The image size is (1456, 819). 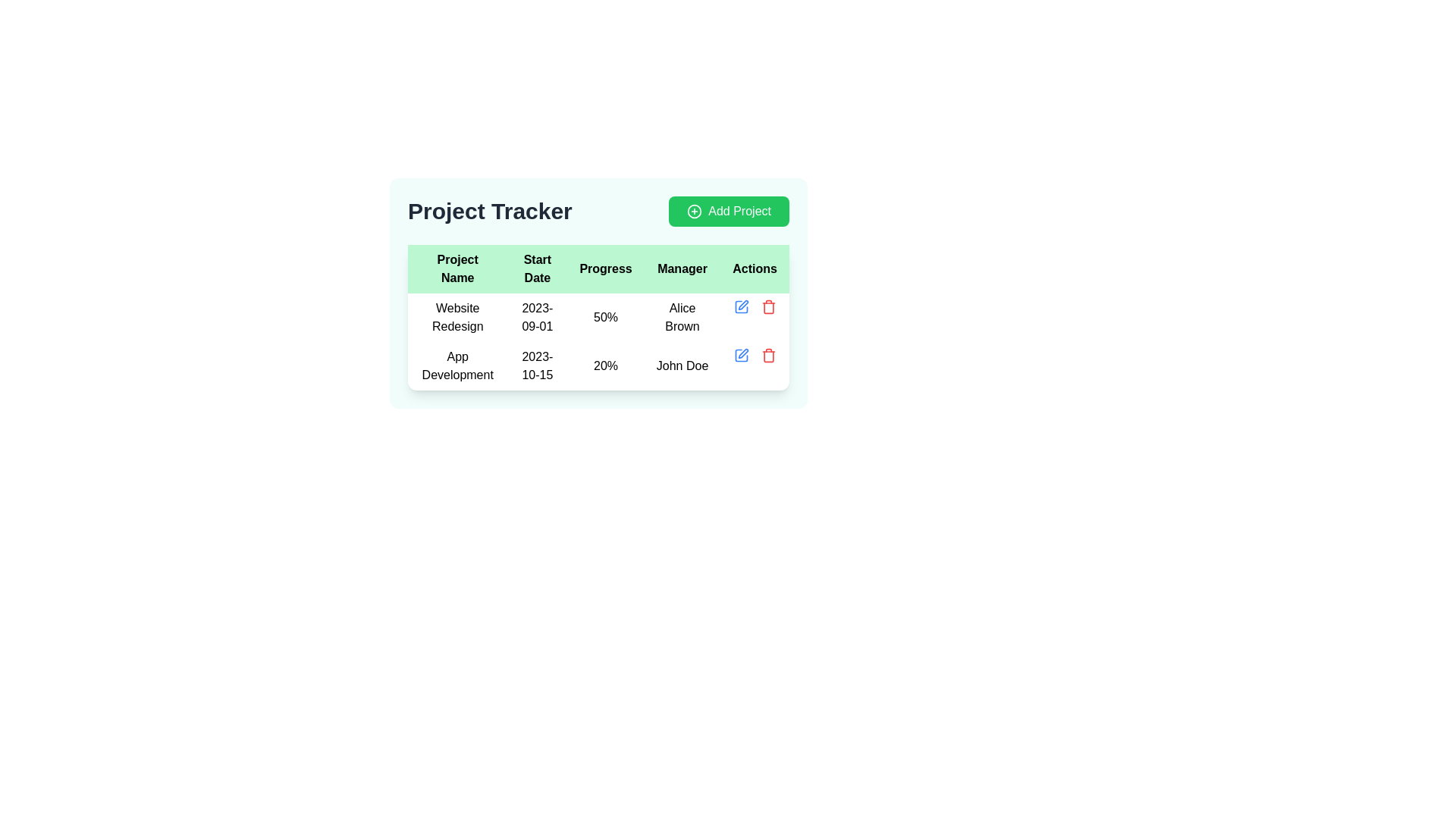 What do you see at coordinates (768, 356) in the screenshot?
I see `the delete button located in the last column under 'Actions' in the second row of the table, adjacent to the text 'App Development', to initiate the delete action` at bounding box center [768, 356].